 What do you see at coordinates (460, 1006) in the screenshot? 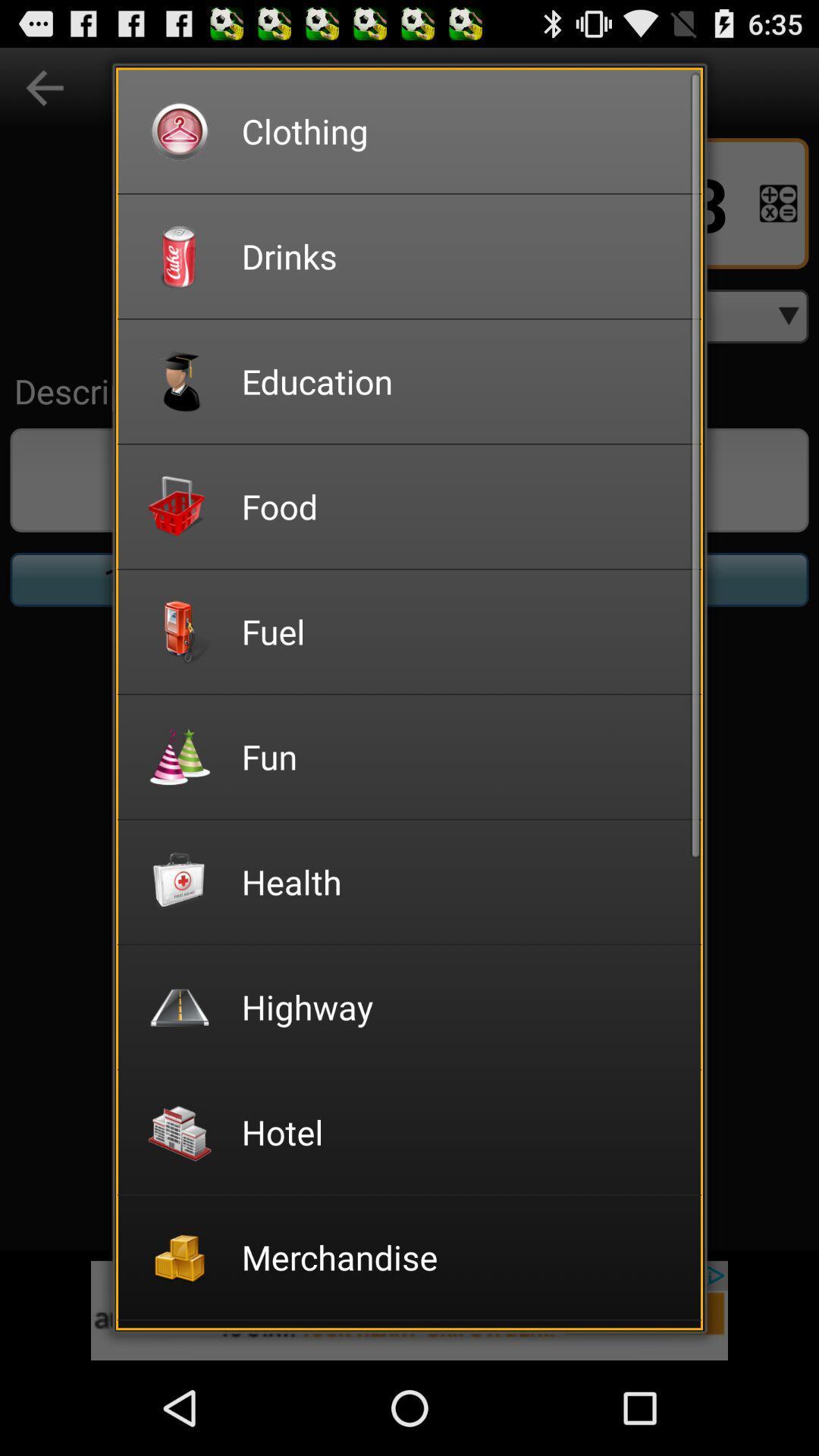
I see `the app below the health item` at bounding box center [460, 1006].